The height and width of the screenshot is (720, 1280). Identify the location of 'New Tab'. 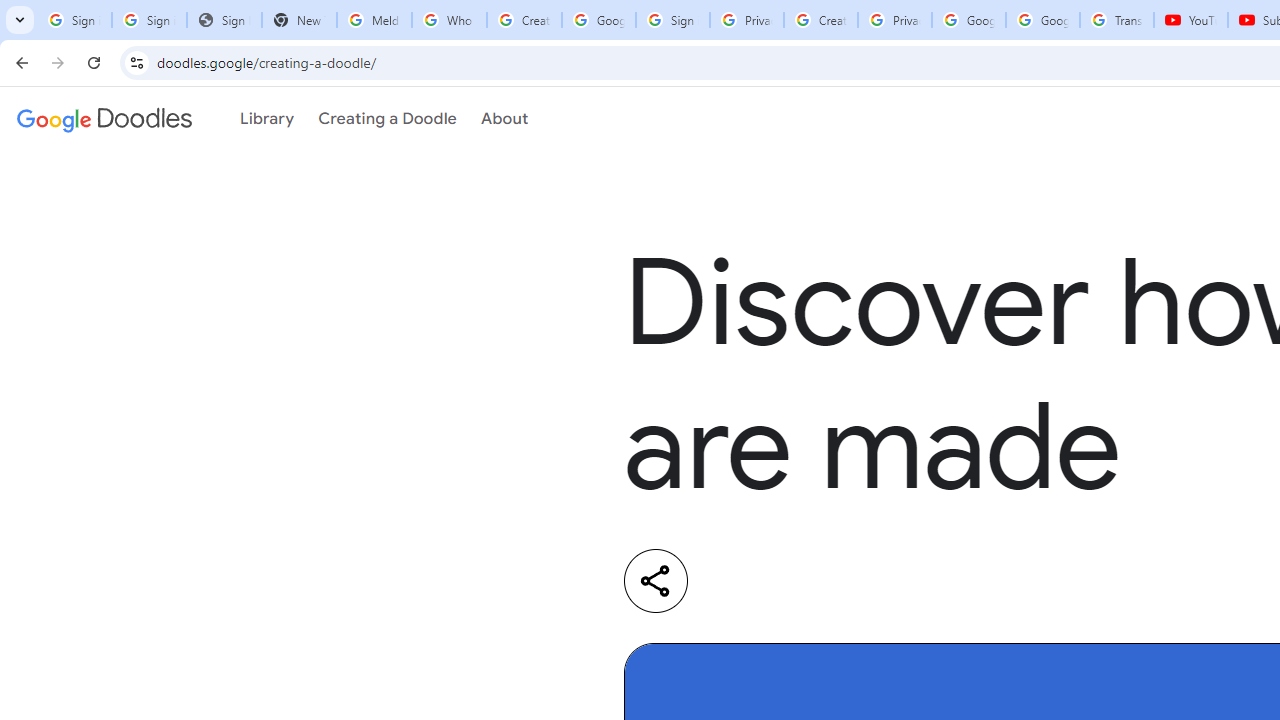
(298, 20).